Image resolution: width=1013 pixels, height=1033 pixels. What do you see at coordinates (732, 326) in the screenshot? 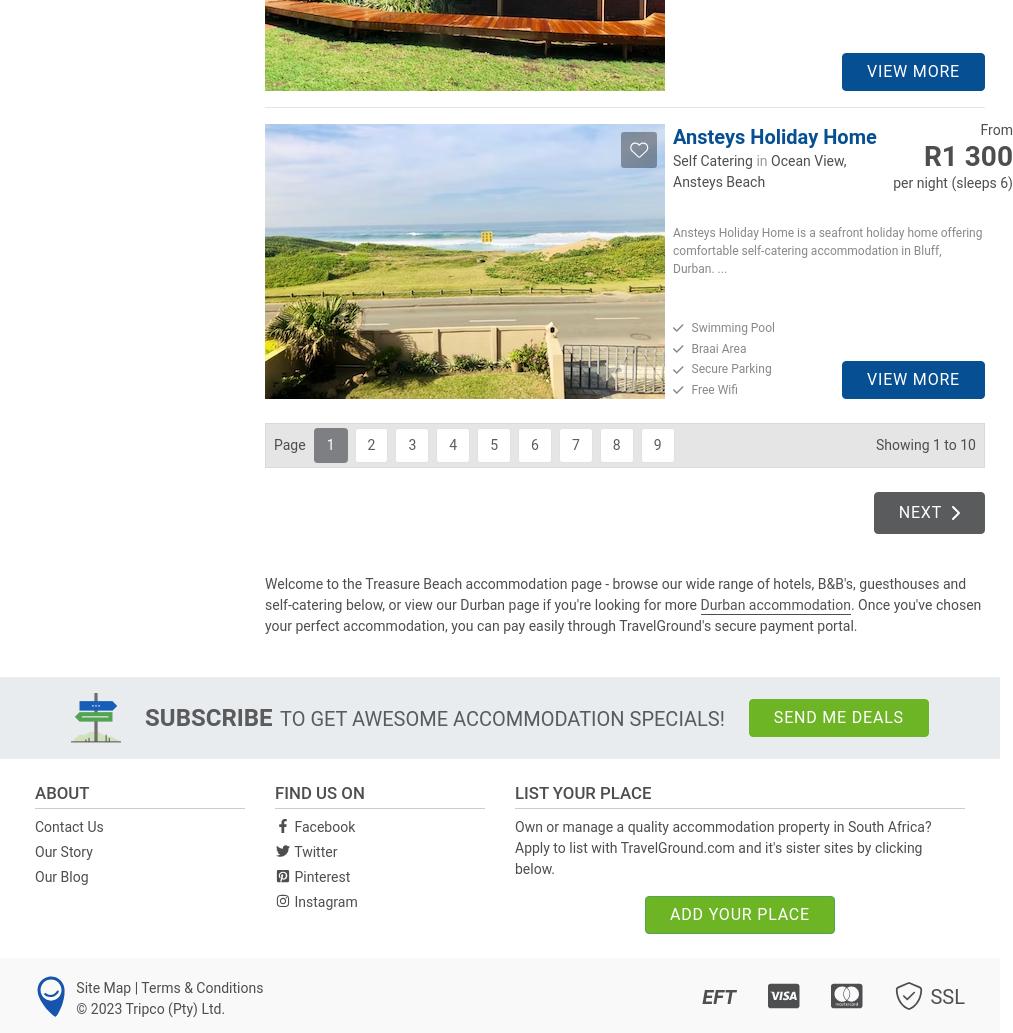
I see `'Swimming Pool'` at bounding box center [732, 326].